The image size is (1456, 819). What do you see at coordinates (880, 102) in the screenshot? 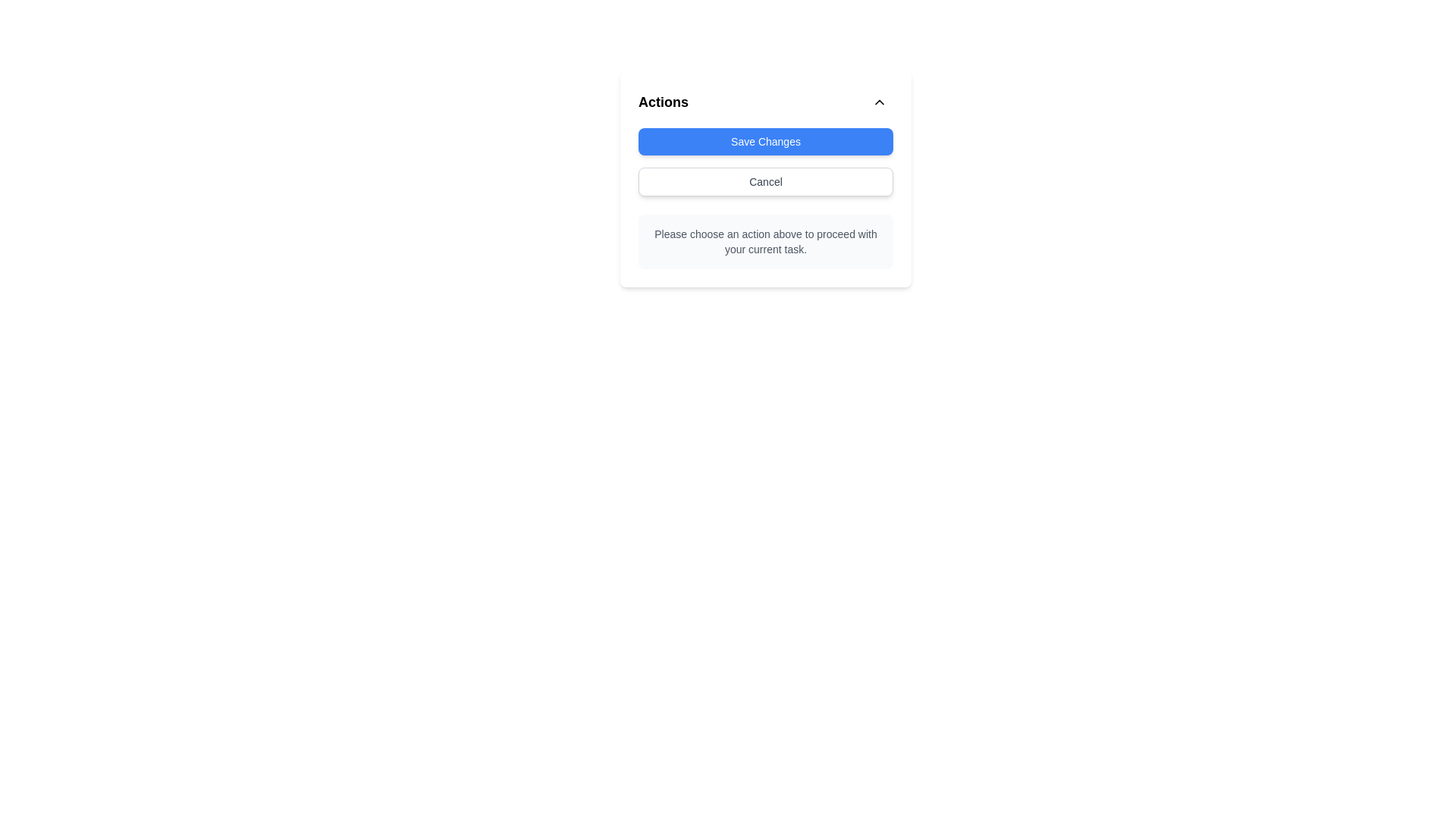
I see `the circular button with an up-facing chevron icon located at the top-right corner of the 'Actions' panel` at bounding box center [880, 102].